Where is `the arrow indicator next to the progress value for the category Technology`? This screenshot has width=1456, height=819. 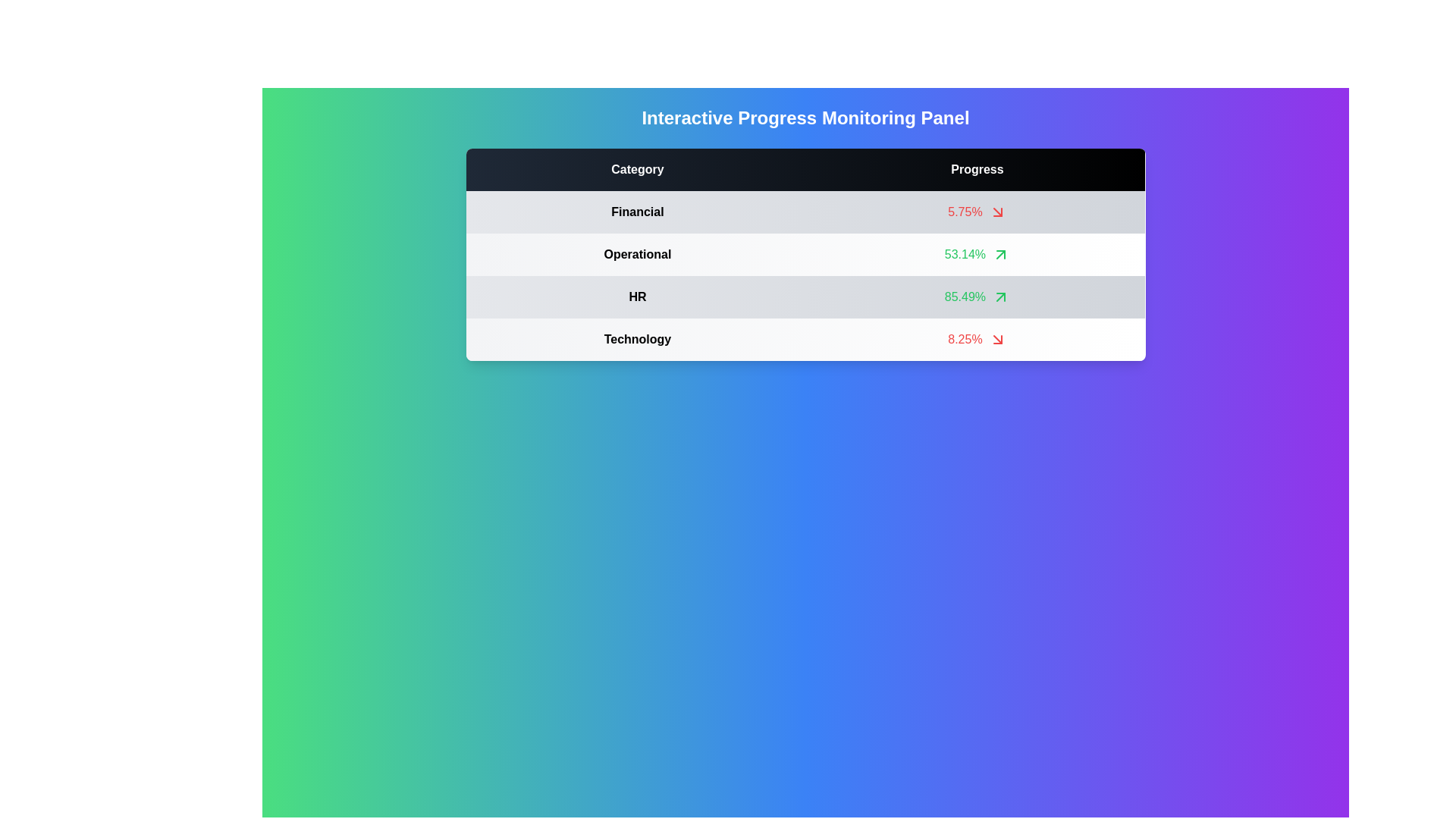
the arrow indicator next to the progress value for the category Technology is located at coordinates (997, 338).